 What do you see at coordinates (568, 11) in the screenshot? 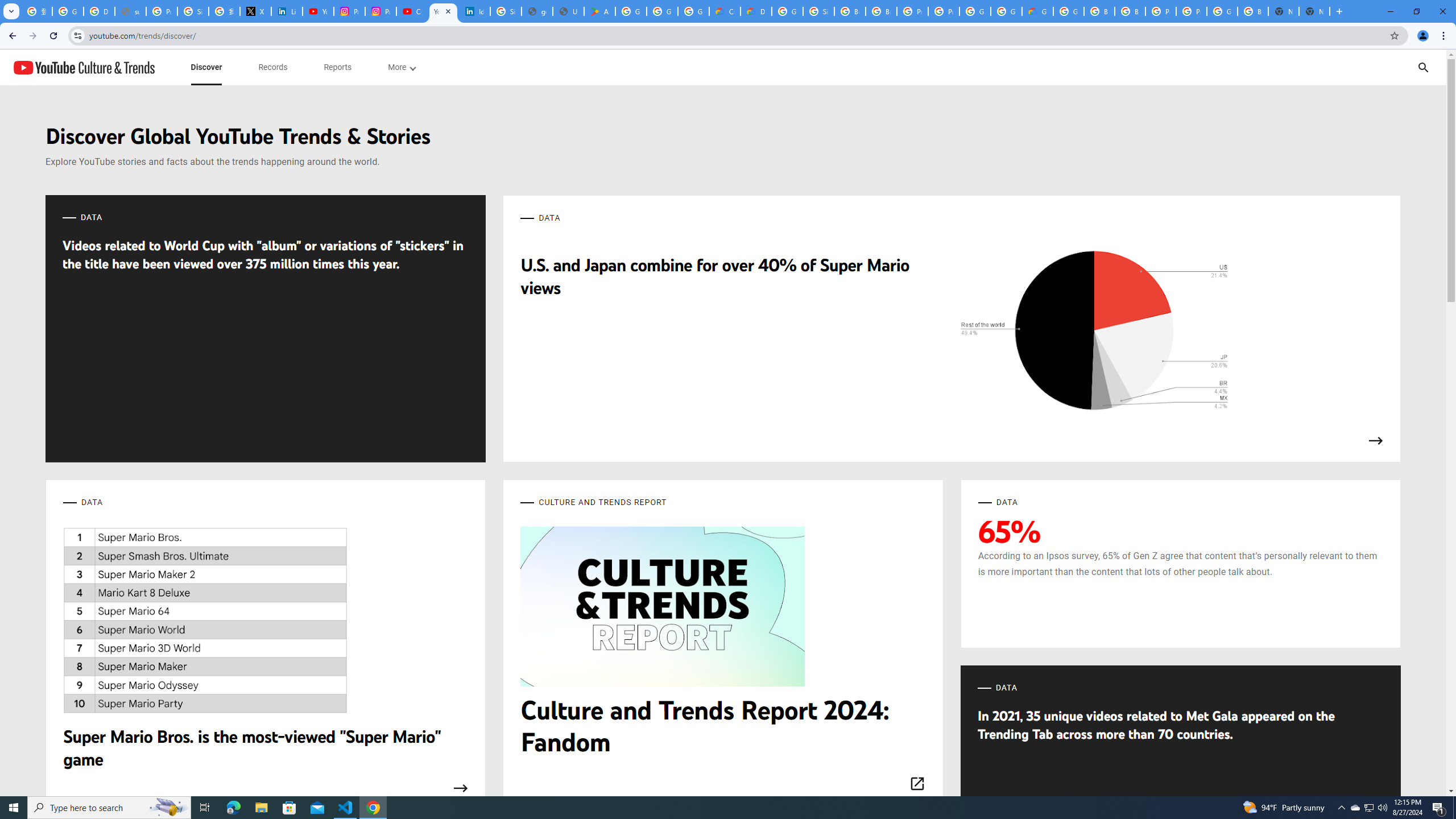
I see `'User Details'` at bounding box center [568, 11].